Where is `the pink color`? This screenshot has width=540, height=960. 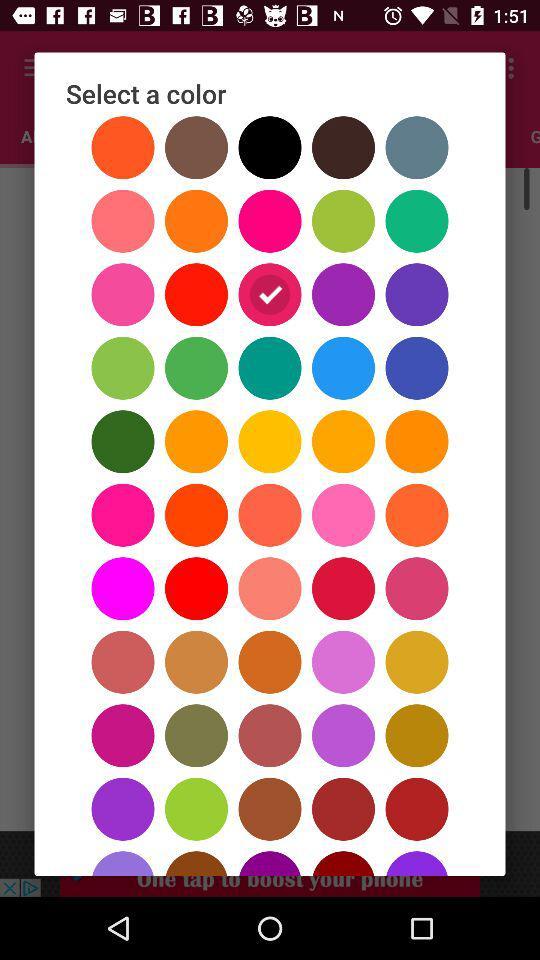
the pink color is located at coordinates (270, 135).